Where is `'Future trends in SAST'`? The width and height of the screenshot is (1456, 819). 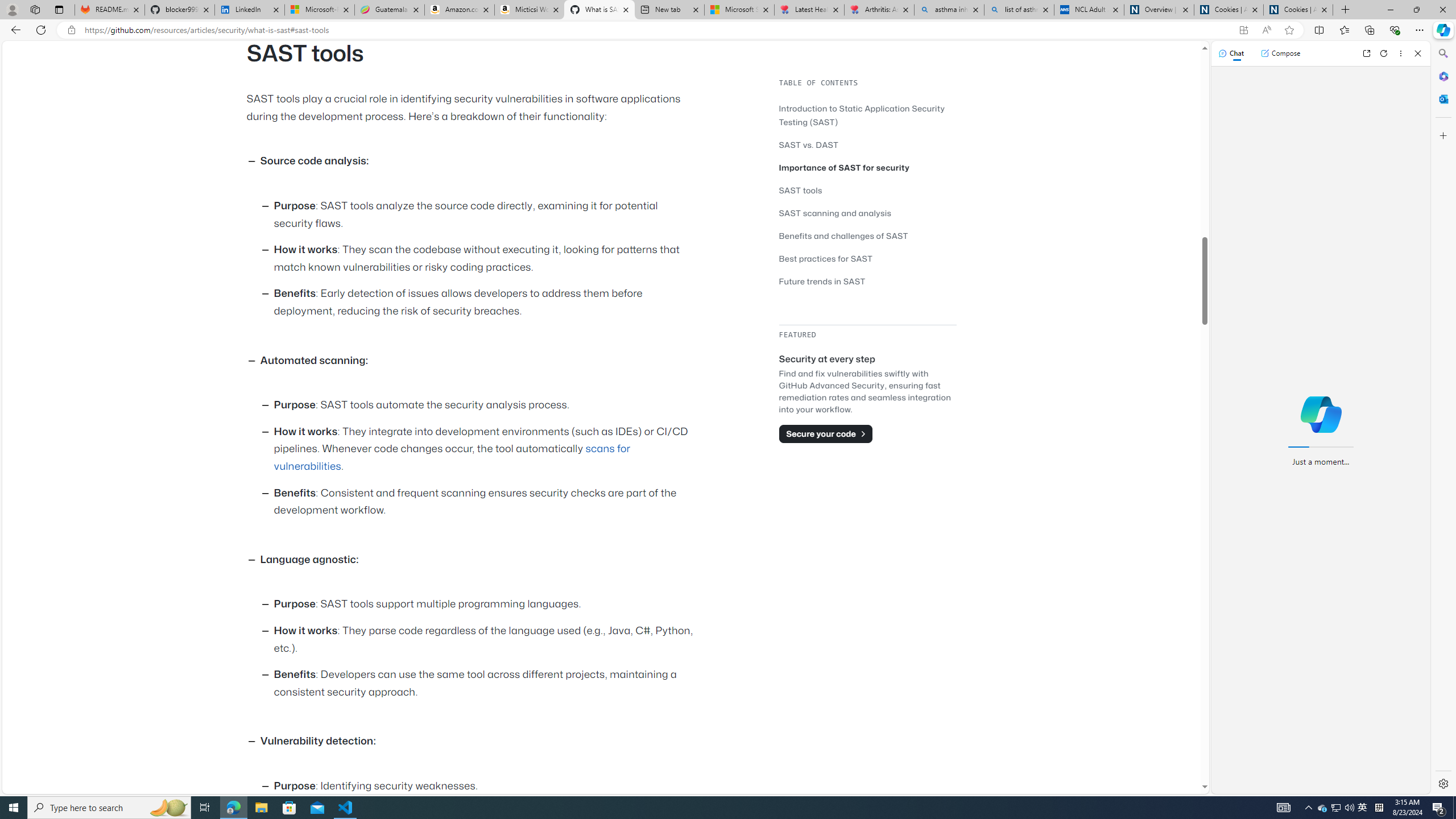 'Future trends in SAST' is located at coordinates (867, 281).